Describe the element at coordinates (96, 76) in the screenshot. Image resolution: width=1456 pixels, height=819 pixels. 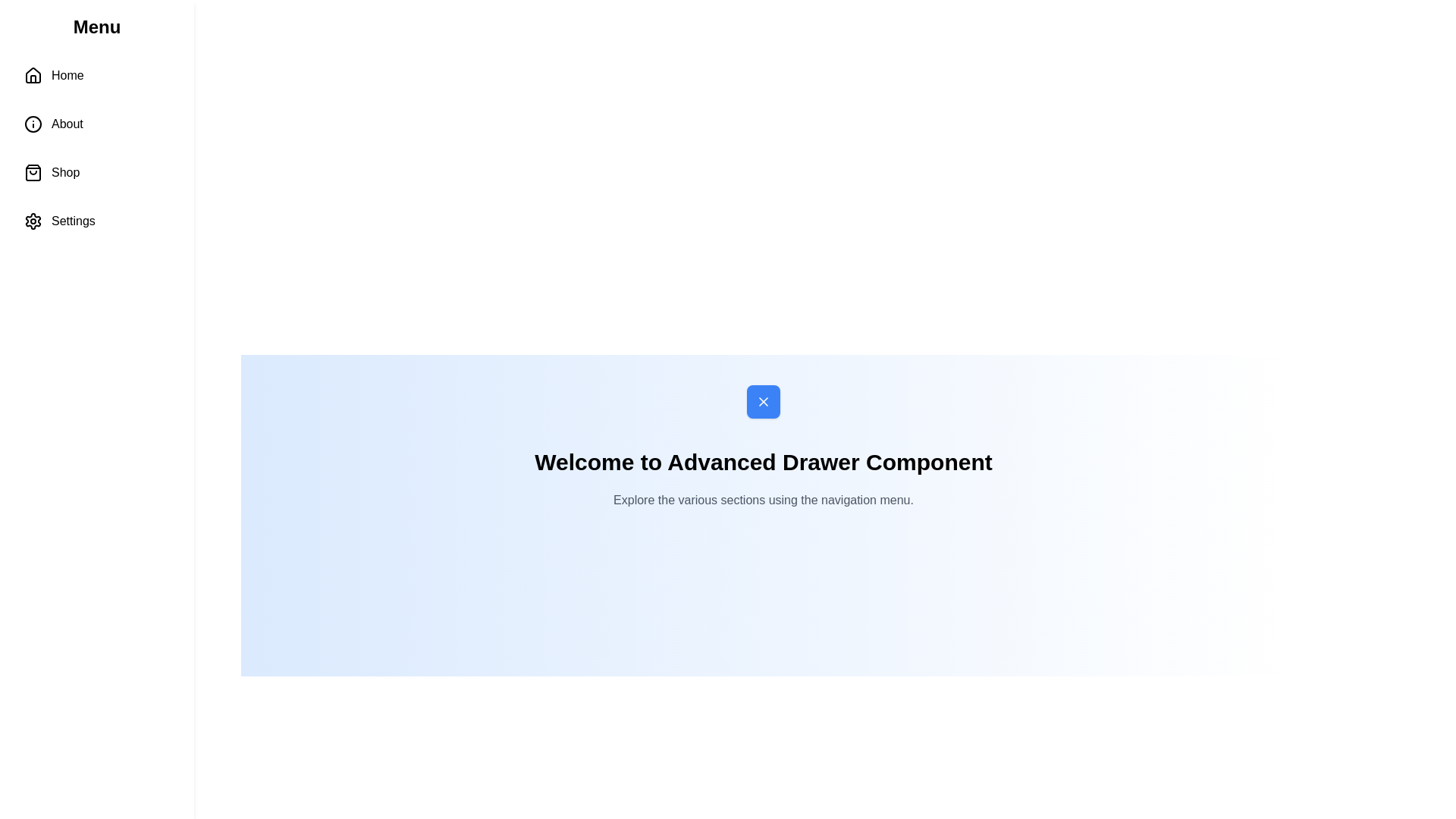
I see `keyboard navigation` at that location.